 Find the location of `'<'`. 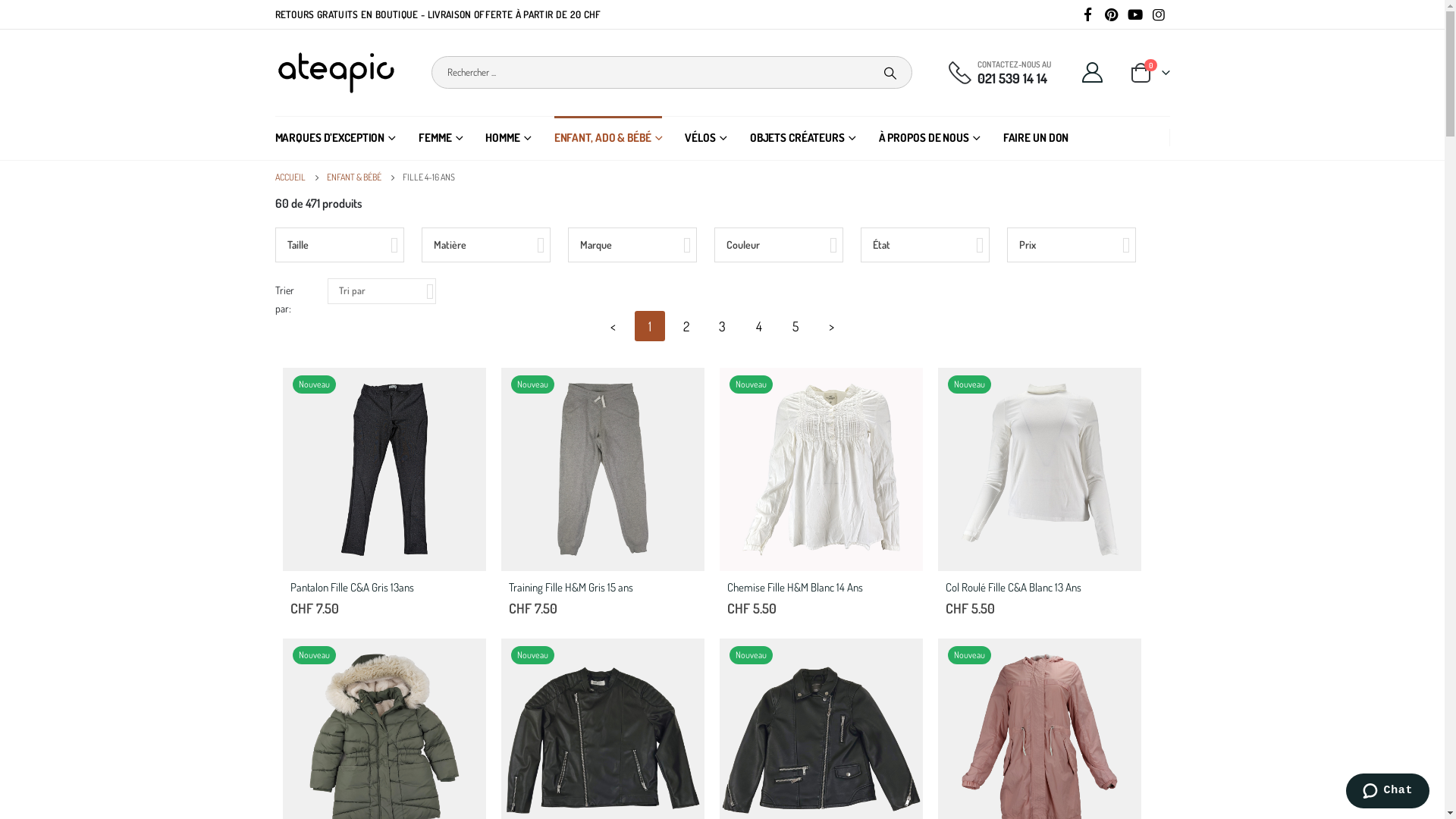

'<' is located at coordinates (612, 325).